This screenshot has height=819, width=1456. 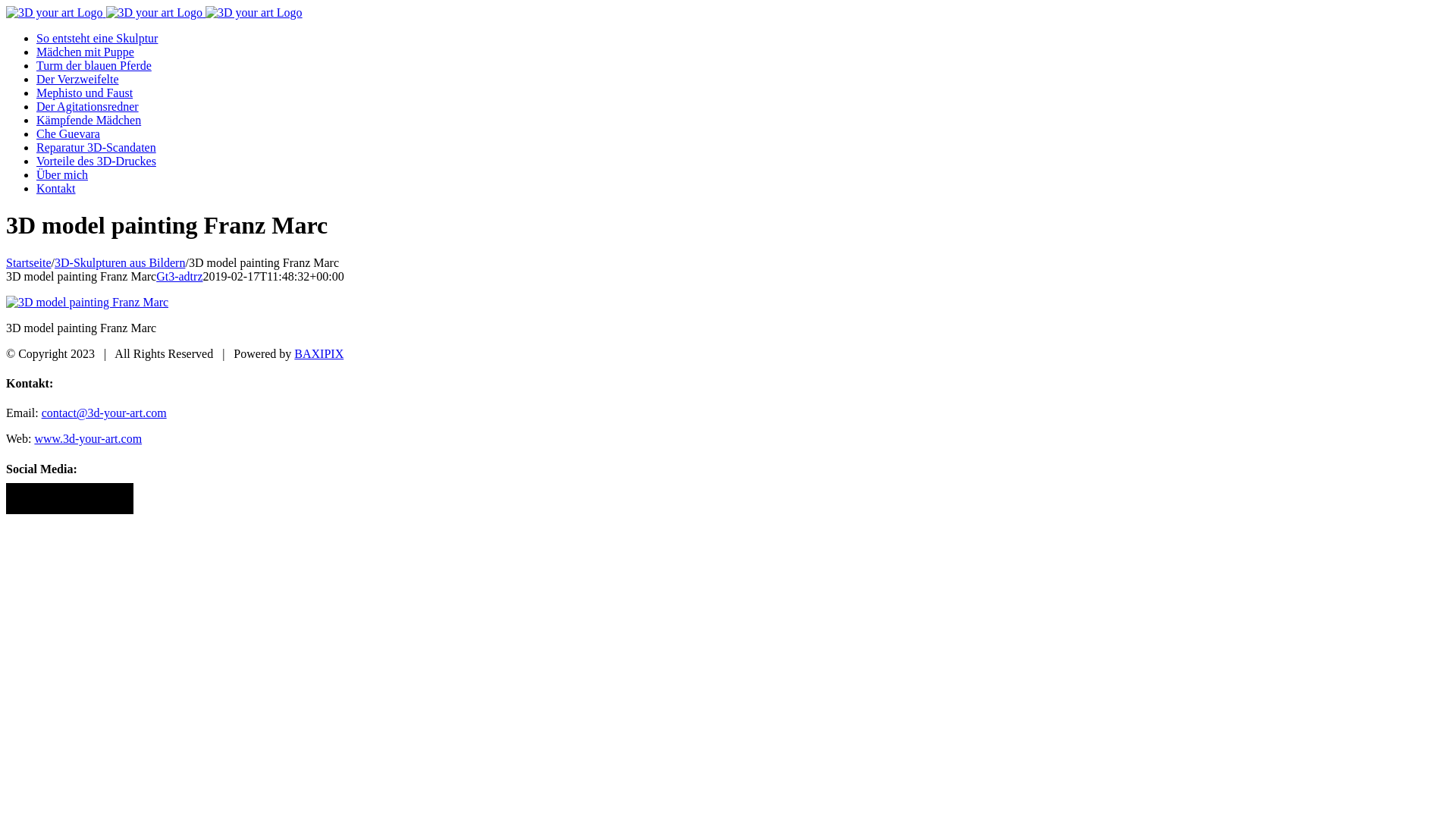 I want to click on 'Startseite', so click(x=29, y=262).